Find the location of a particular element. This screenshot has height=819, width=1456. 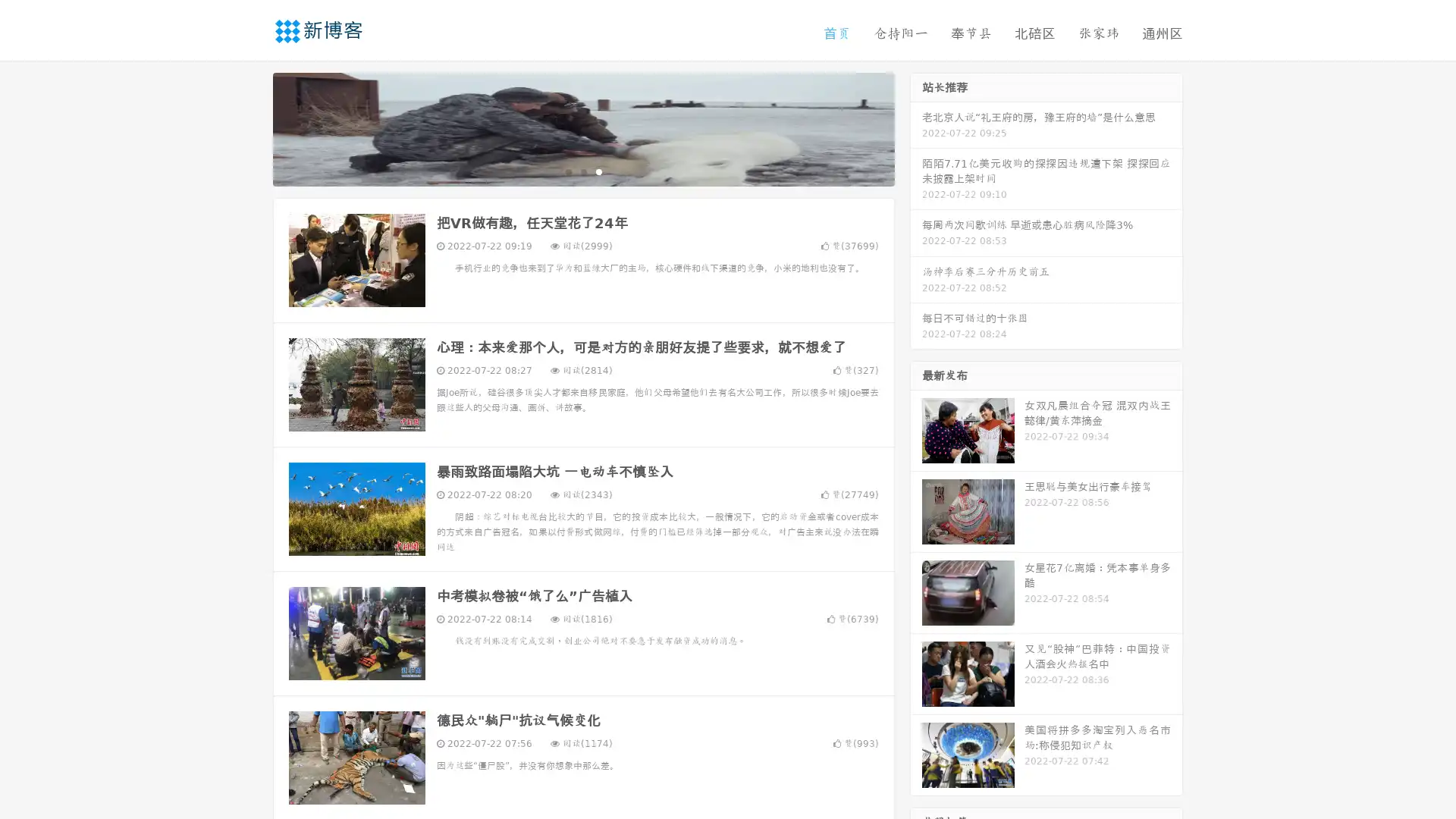

Go to slide 2 is located at coordinates (582, 171).